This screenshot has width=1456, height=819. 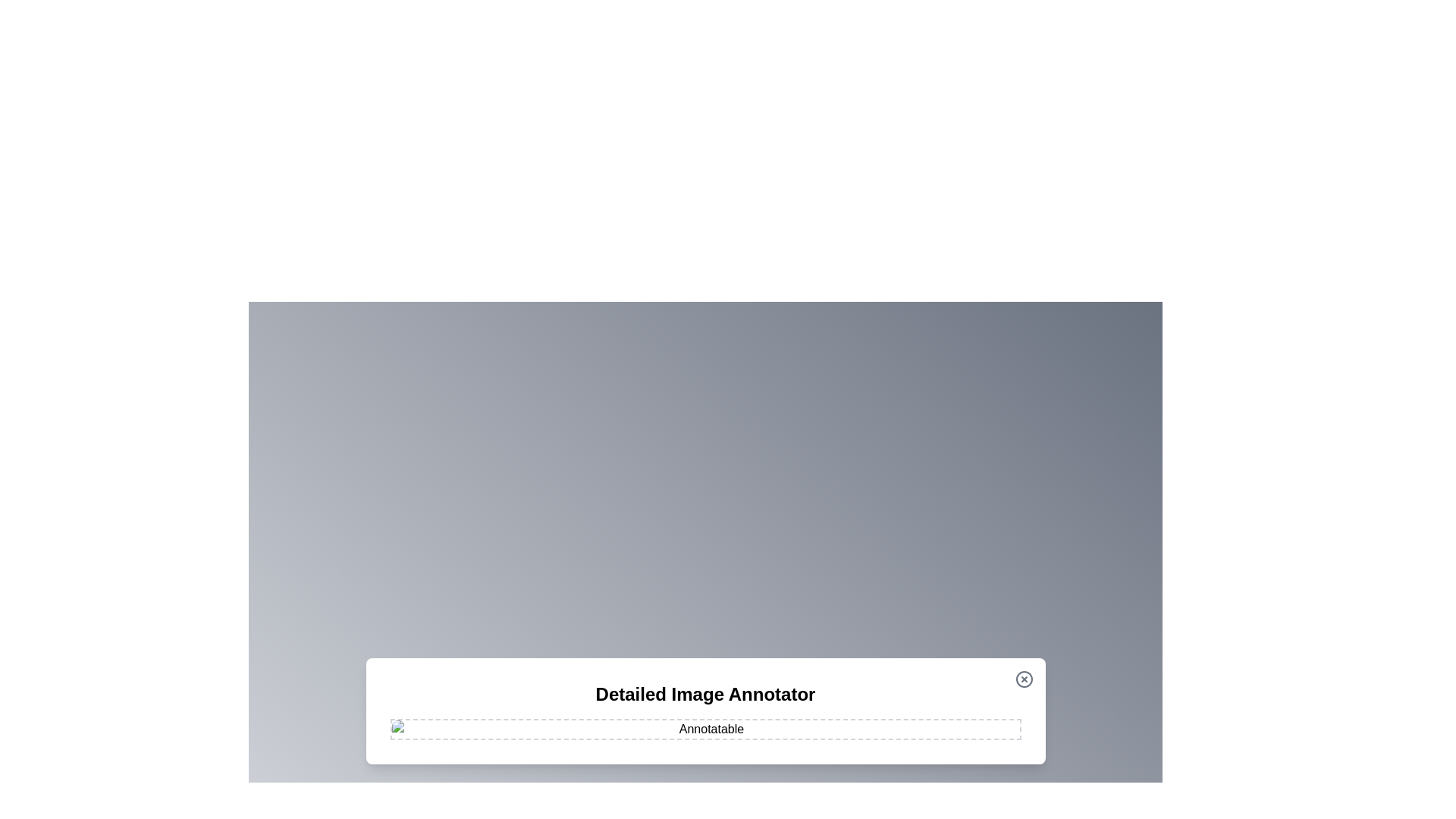 What do you see at coordinates (877, 730) in the screenshot?
I see `the image at coordinates (1158, 963) to add an annotation` at bounding box center [877, 730].